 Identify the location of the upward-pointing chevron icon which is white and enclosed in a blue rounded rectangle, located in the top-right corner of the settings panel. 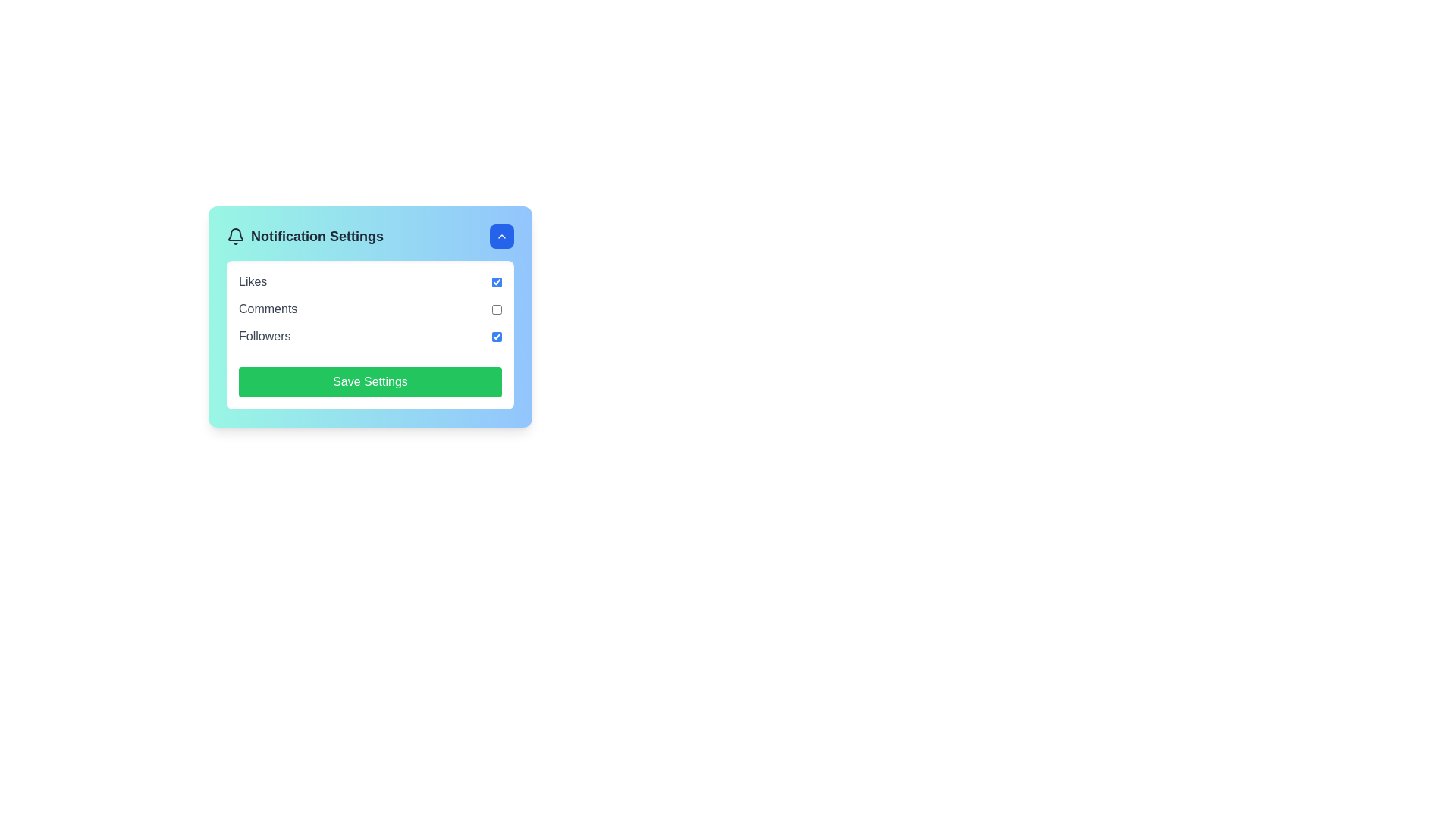
(502, 237).